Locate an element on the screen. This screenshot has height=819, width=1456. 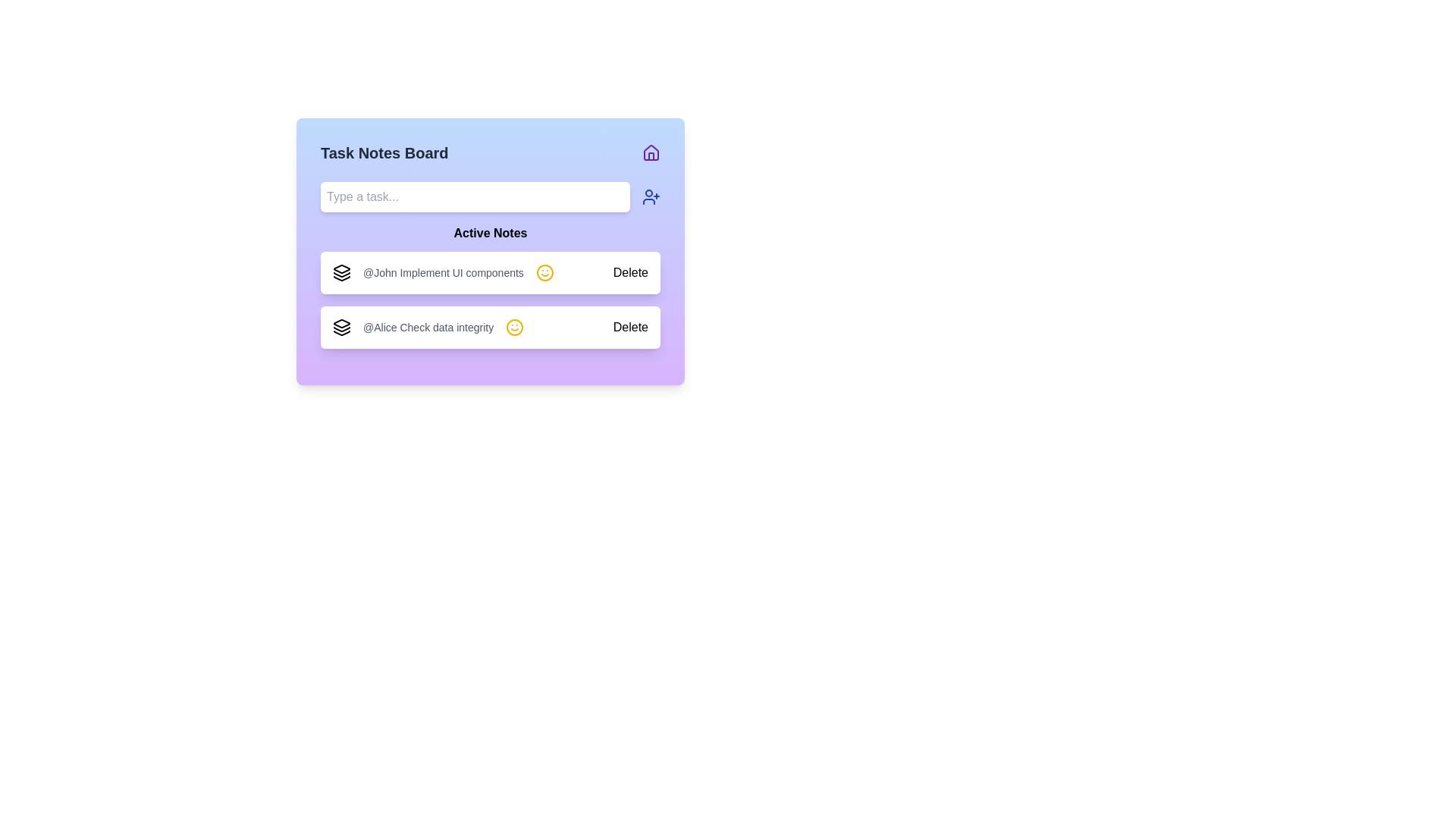
the middle graphical icon component in the layered stack located at the top right corner of the interface is located at coordinates (341, 275).